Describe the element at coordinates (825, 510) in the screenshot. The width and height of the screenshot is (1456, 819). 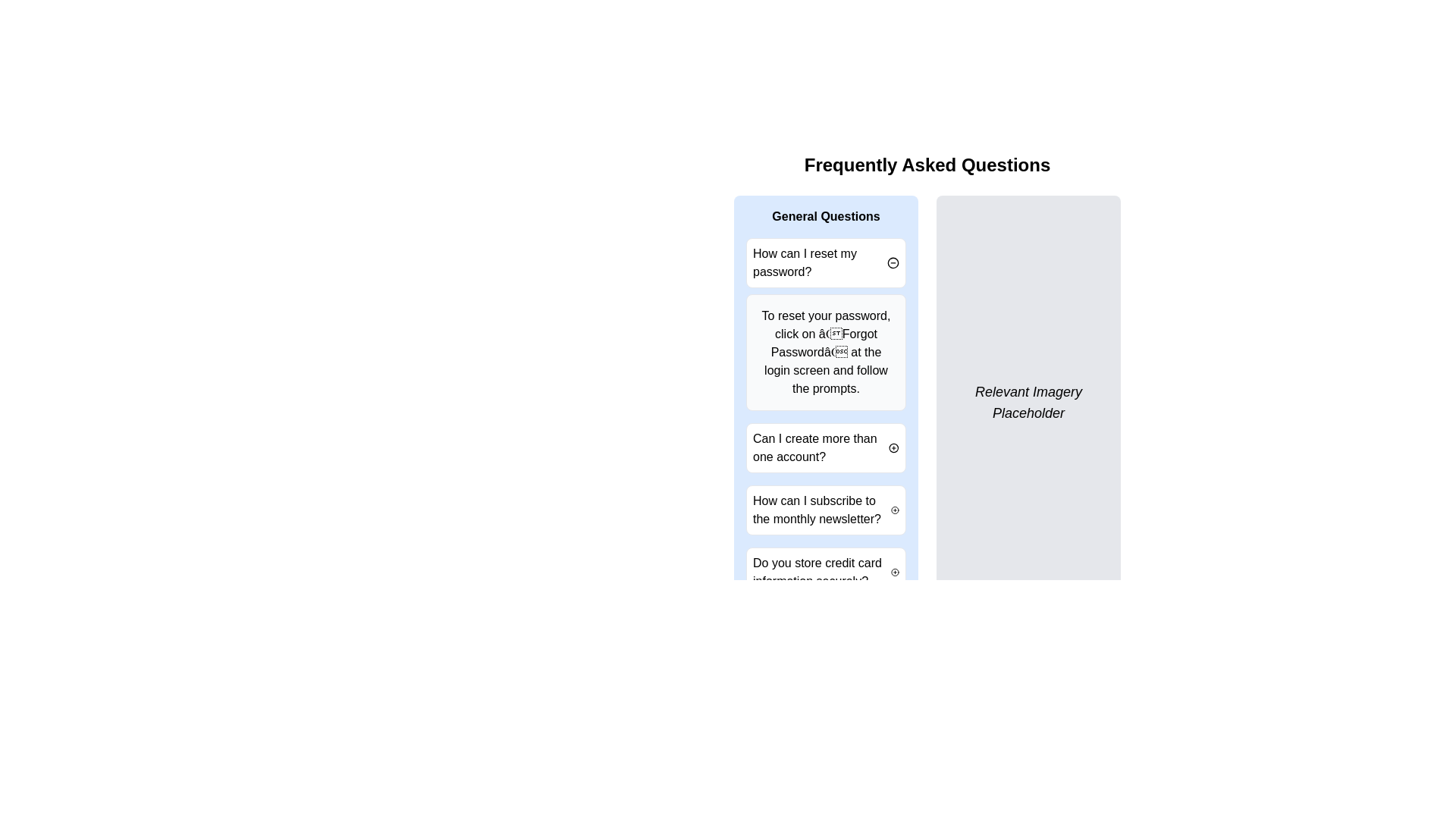
I see `the fourth FAQ question under the 'General Questions' section` at that location.